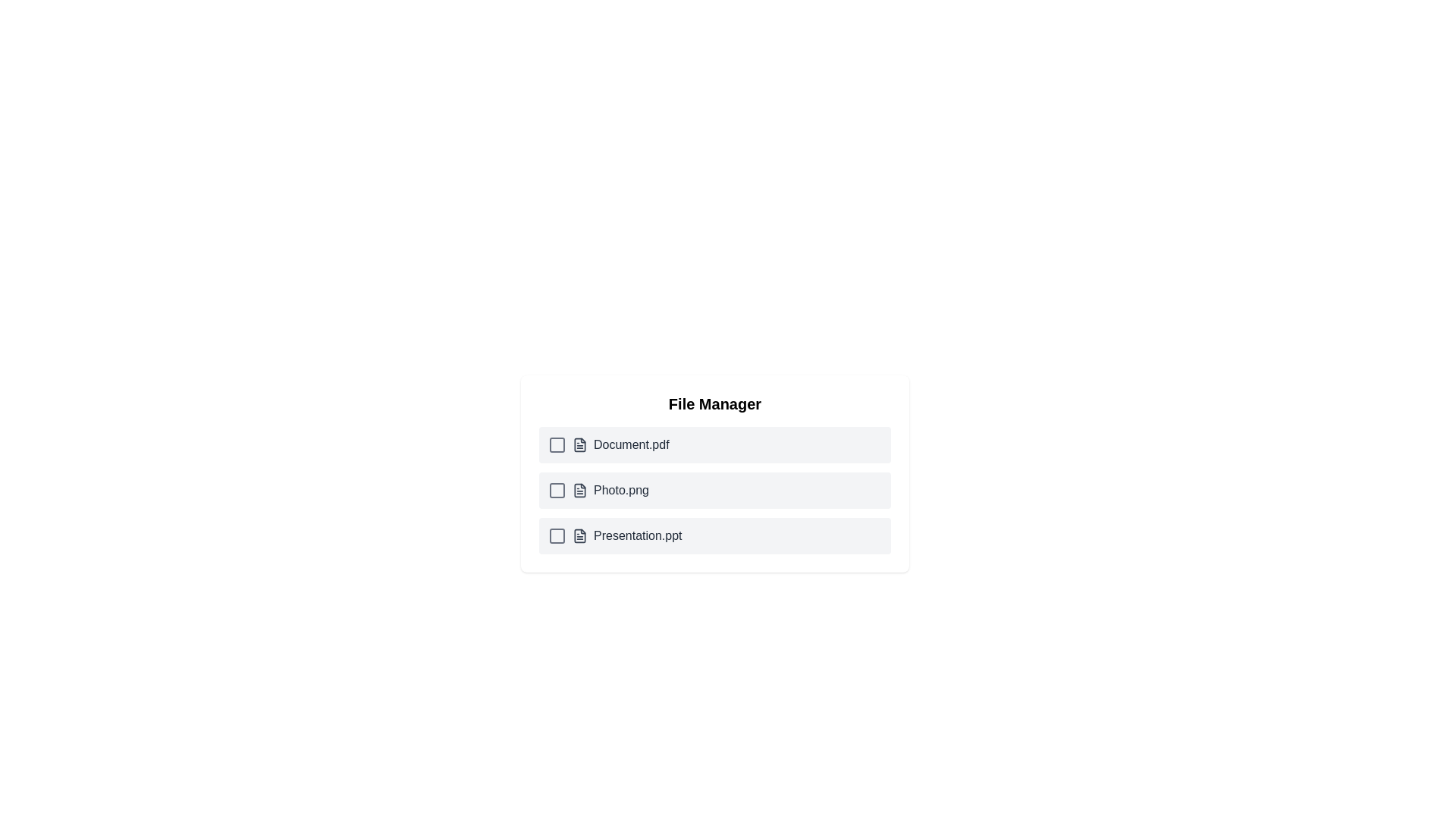 This screenshot has height=819, width=1456. Describe the element at coordinates (621, 491) in the screenshot. I see `the text label displaying 'Photo.png' in dark gray font, located in the second row of a vertical list in the file manager interface` at that location.